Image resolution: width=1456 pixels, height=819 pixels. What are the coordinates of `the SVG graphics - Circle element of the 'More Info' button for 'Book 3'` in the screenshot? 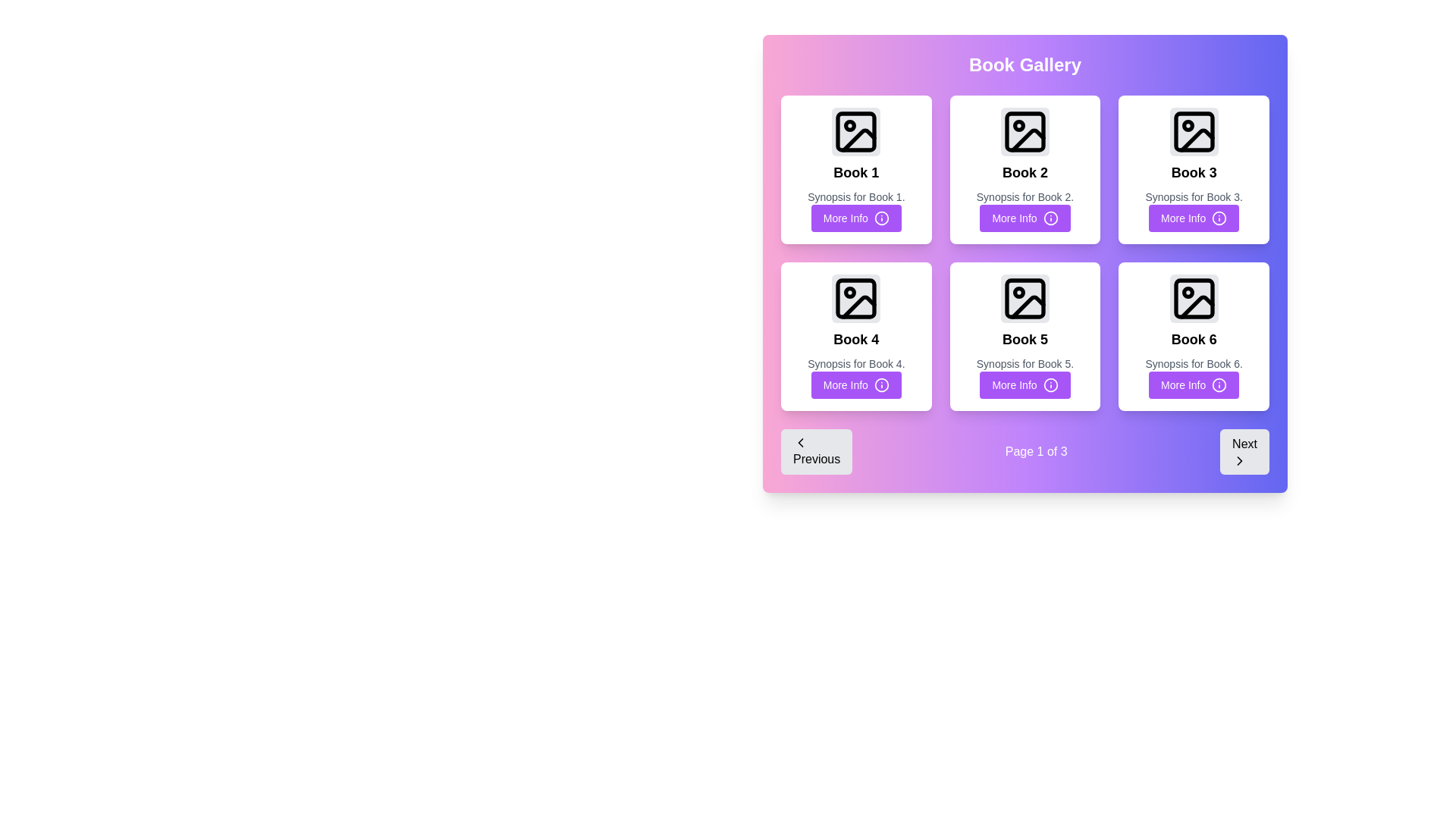 It's located at (1219, 218).